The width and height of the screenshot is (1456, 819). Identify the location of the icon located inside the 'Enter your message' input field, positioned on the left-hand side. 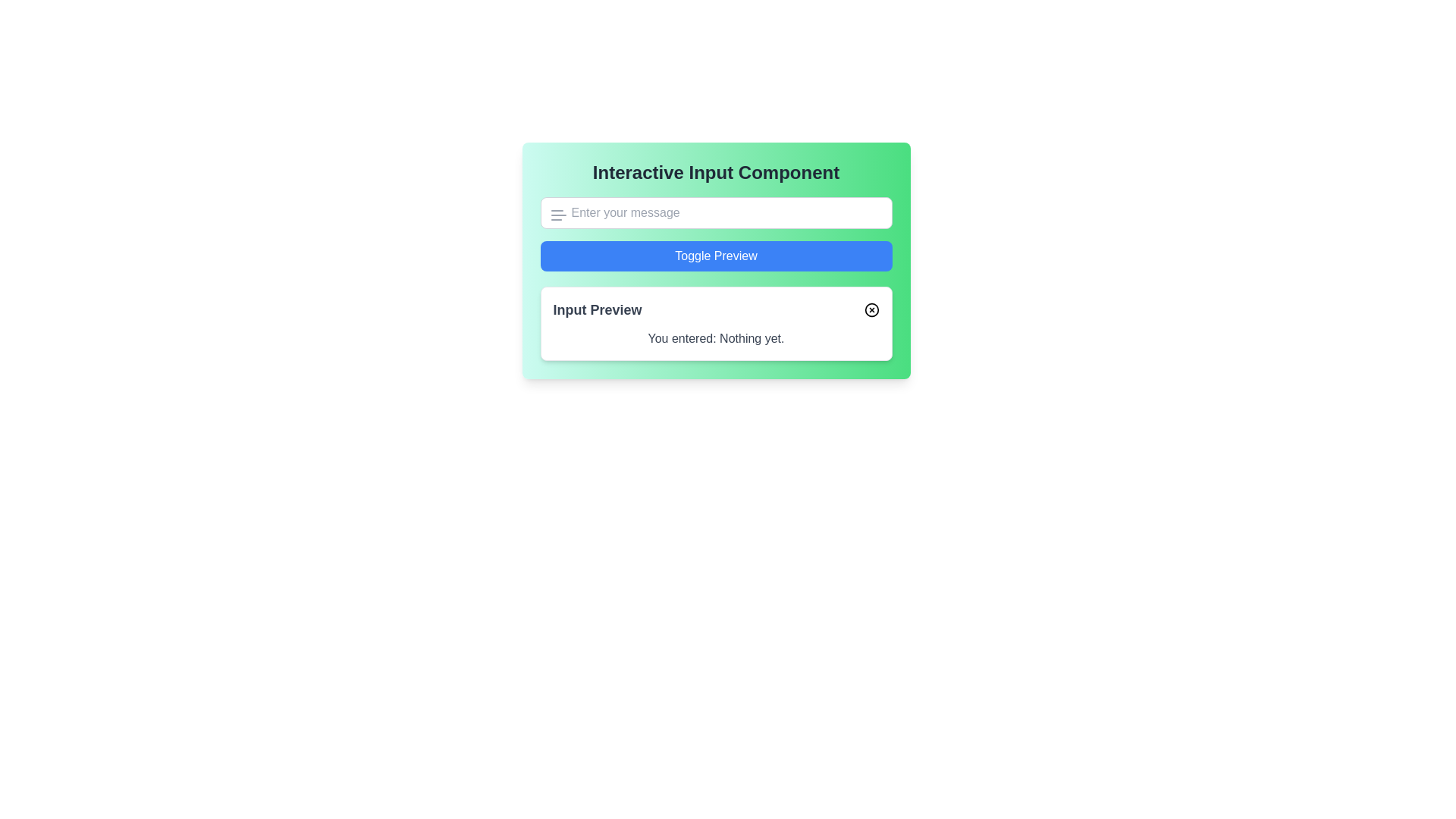
(557, 215).